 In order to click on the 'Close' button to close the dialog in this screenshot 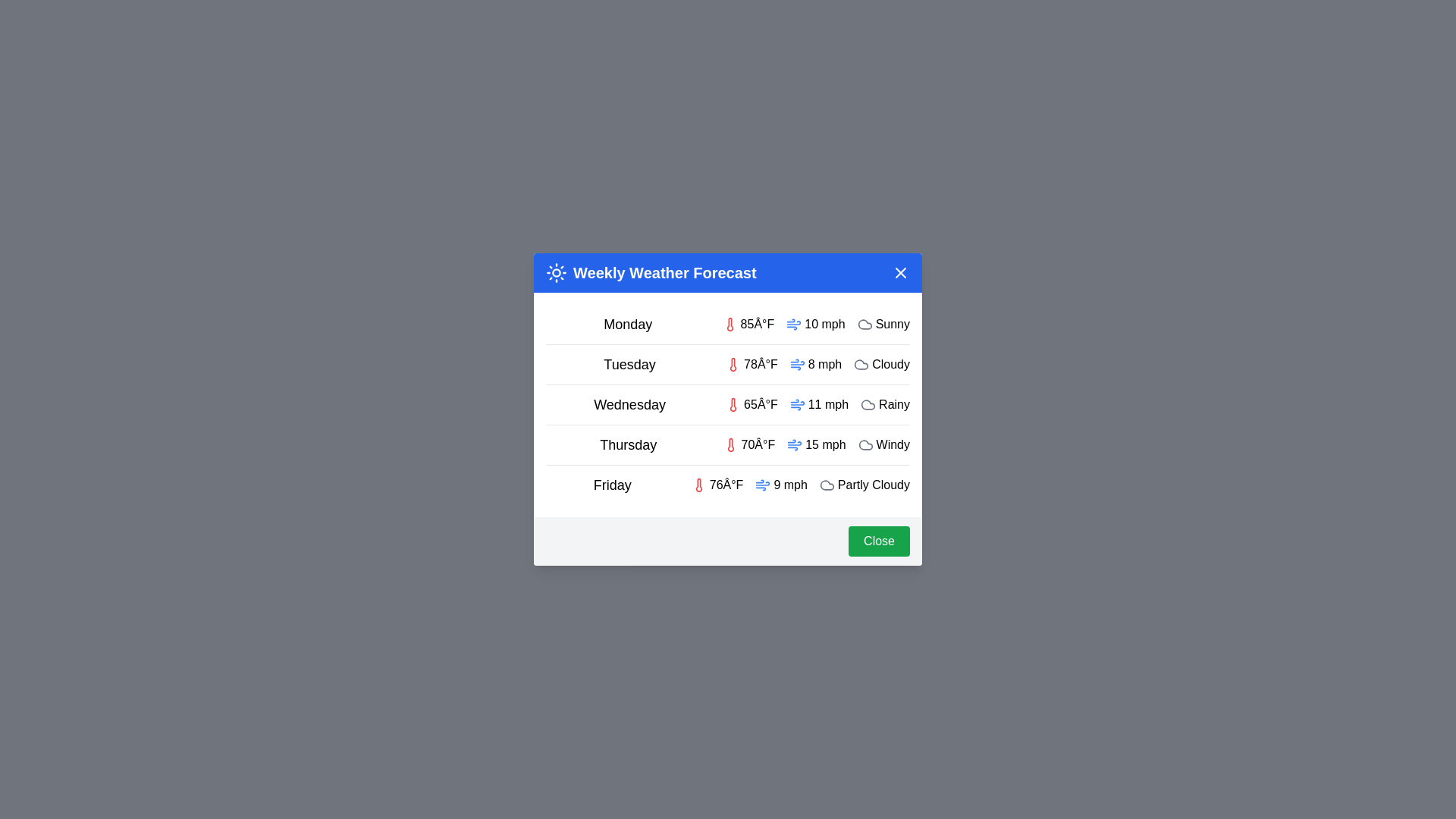, I will do `click(878, 540)`.